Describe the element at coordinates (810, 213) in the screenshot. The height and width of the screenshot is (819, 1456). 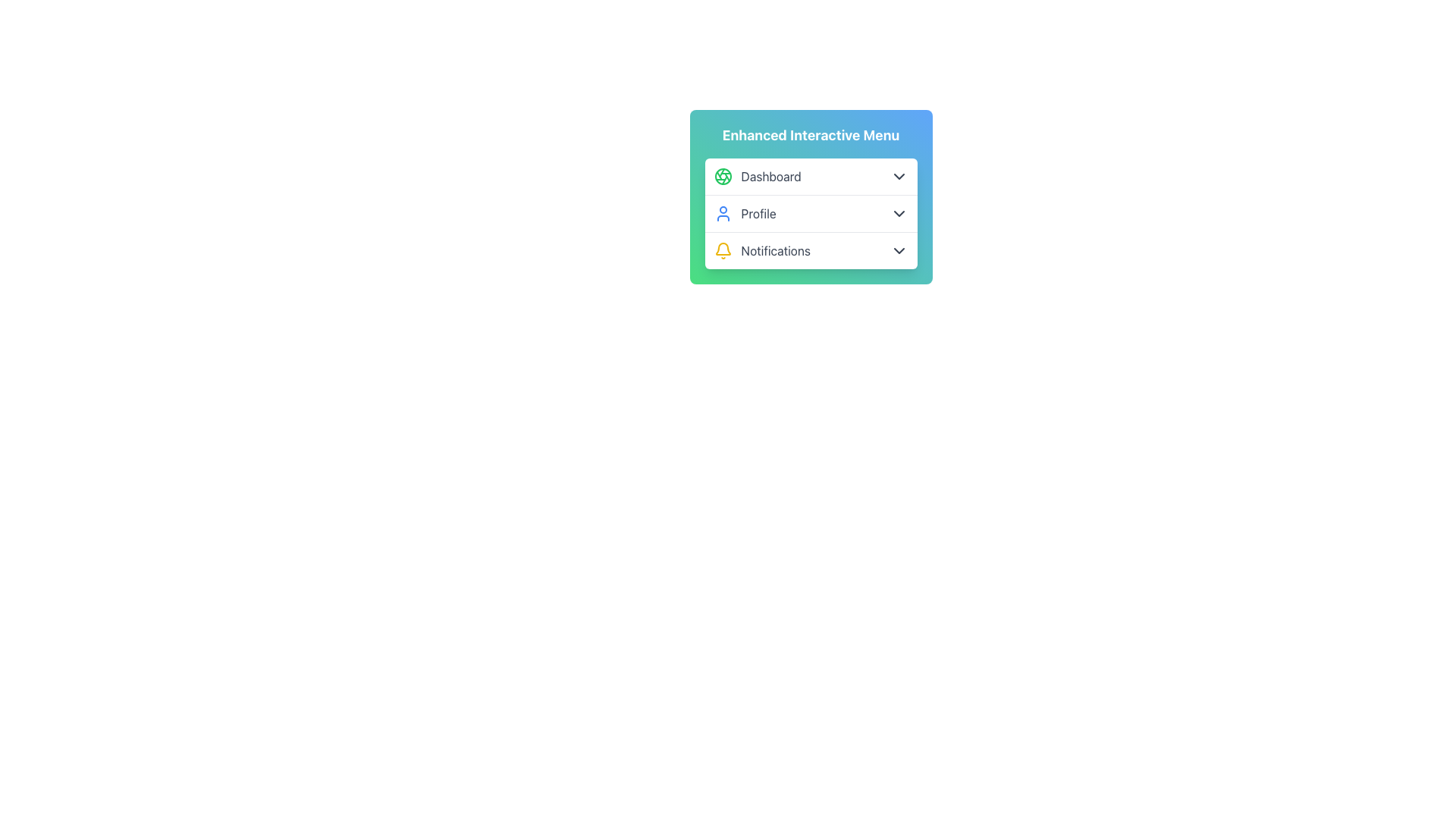
I see `the 'Profile' option` at that location.